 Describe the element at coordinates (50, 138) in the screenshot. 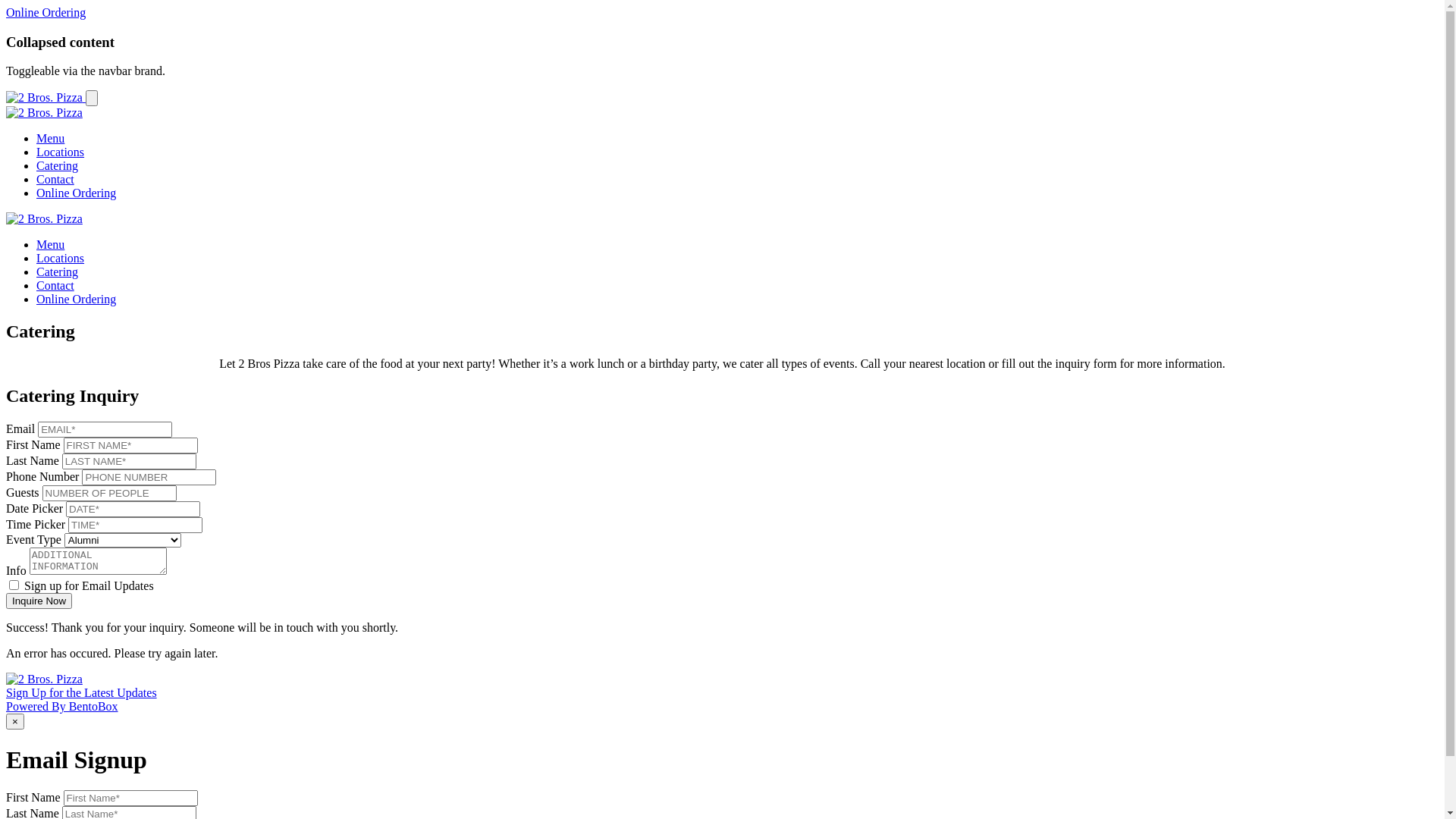

I see `'Menu'` at that location.